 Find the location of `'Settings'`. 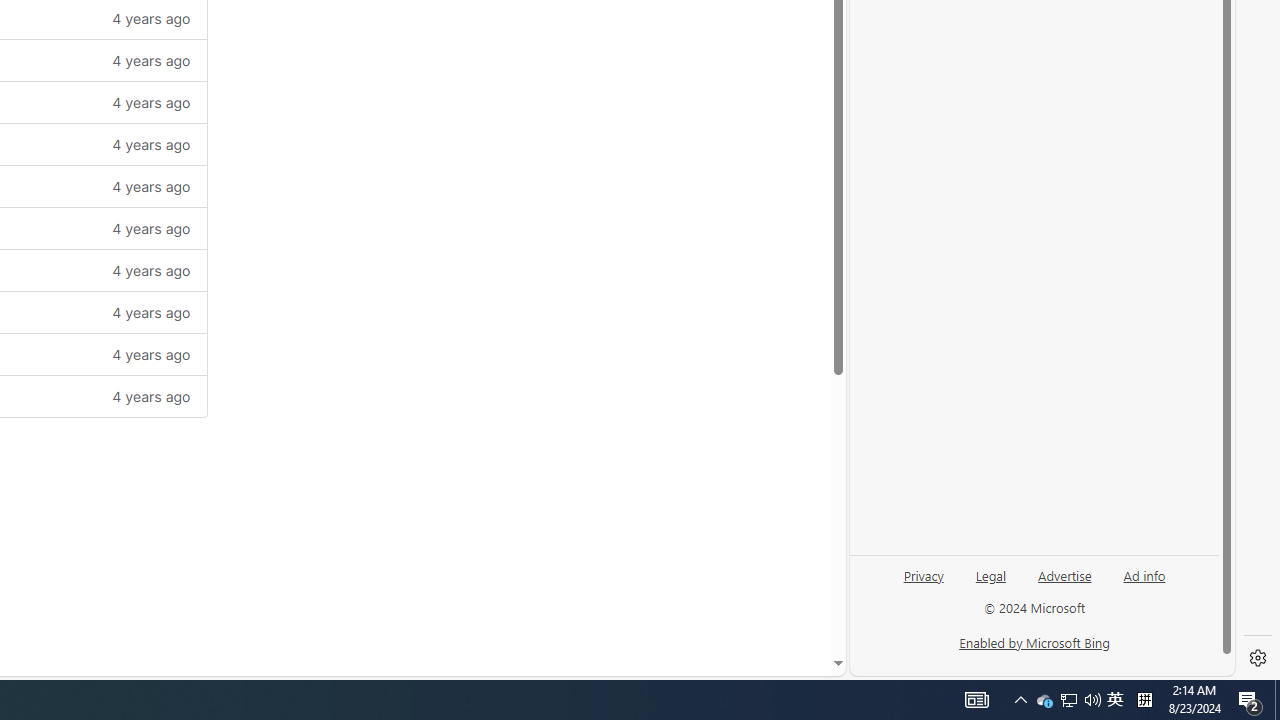

'Settings' is located at coordinates (1257, 658).